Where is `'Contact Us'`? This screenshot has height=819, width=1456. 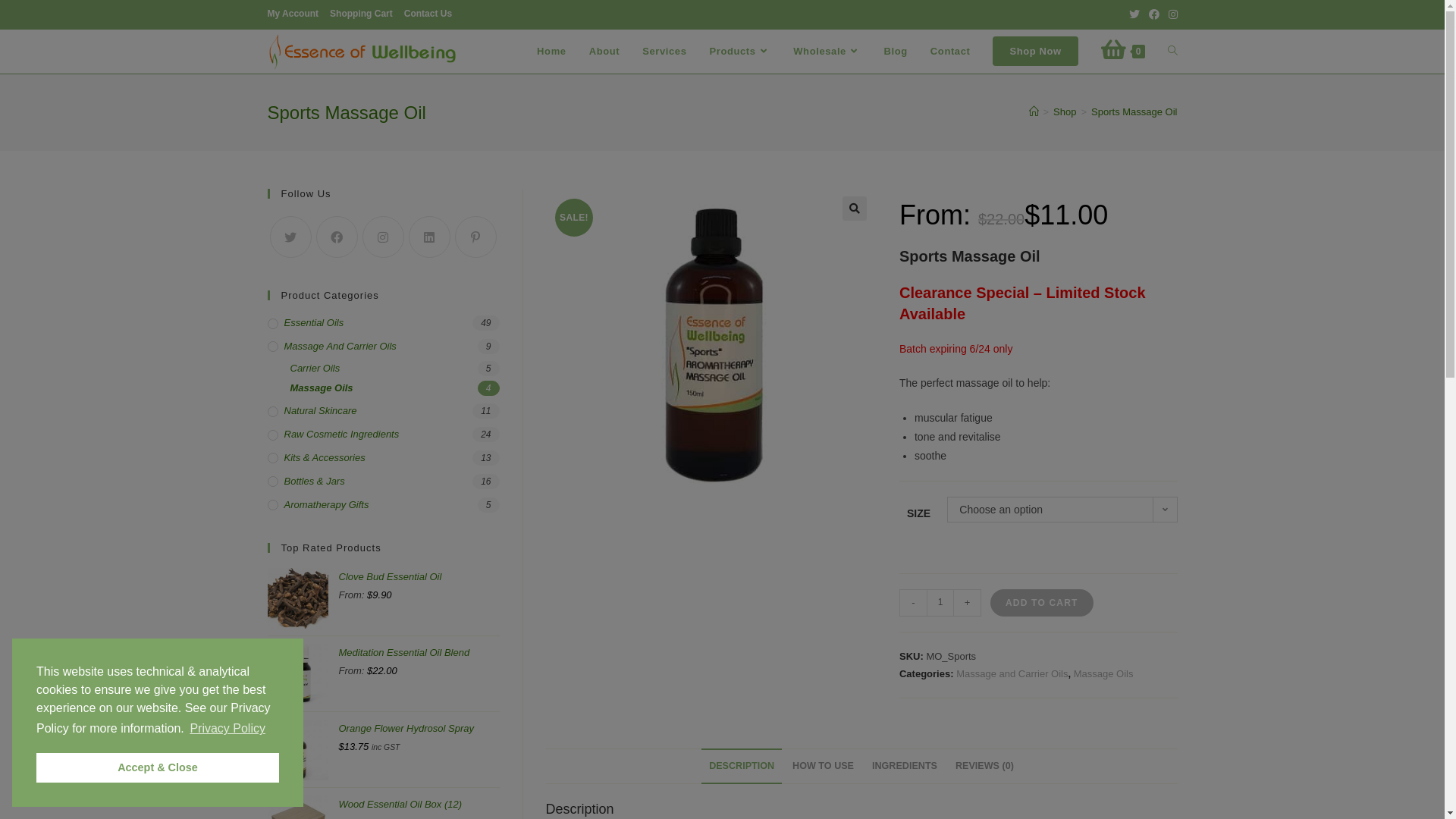
'Contact Us' is located at coordinates (427, 14).